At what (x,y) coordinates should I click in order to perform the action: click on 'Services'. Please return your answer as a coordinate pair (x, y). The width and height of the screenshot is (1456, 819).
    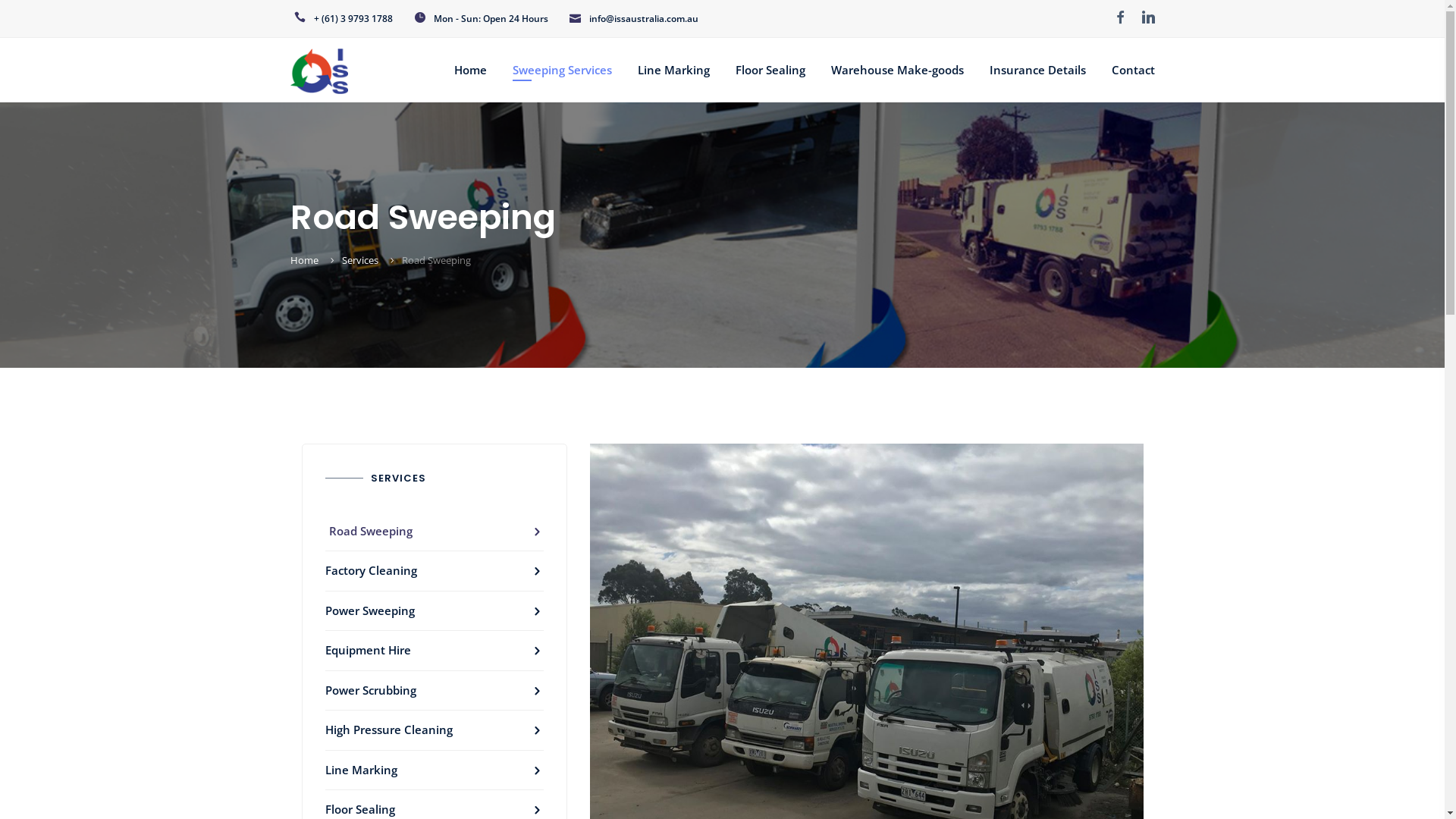
    Looking at the image, I should click on (359, 259).